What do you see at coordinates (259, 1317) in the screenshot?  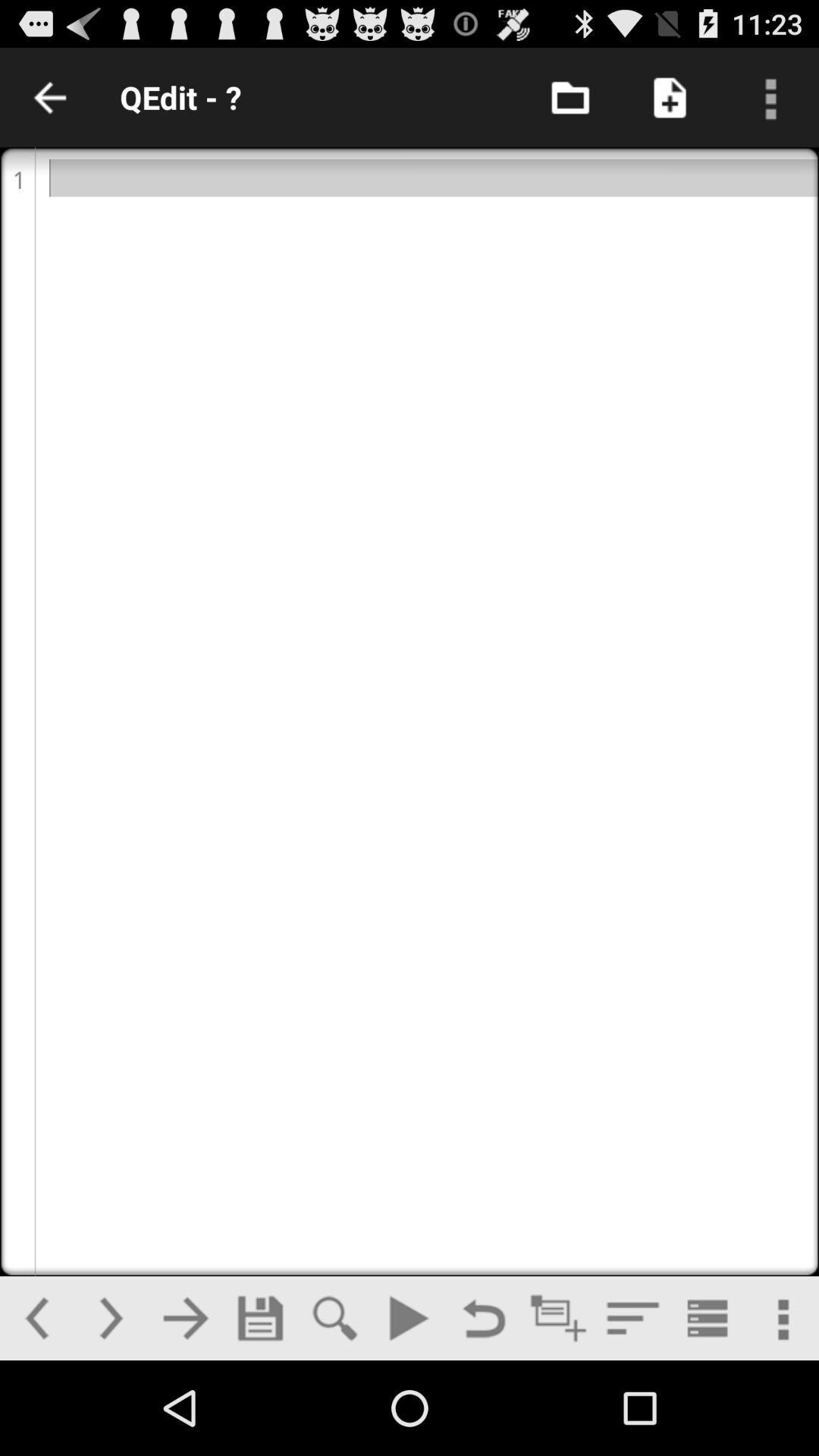 I see `save` at bounding box center [259, 1317].